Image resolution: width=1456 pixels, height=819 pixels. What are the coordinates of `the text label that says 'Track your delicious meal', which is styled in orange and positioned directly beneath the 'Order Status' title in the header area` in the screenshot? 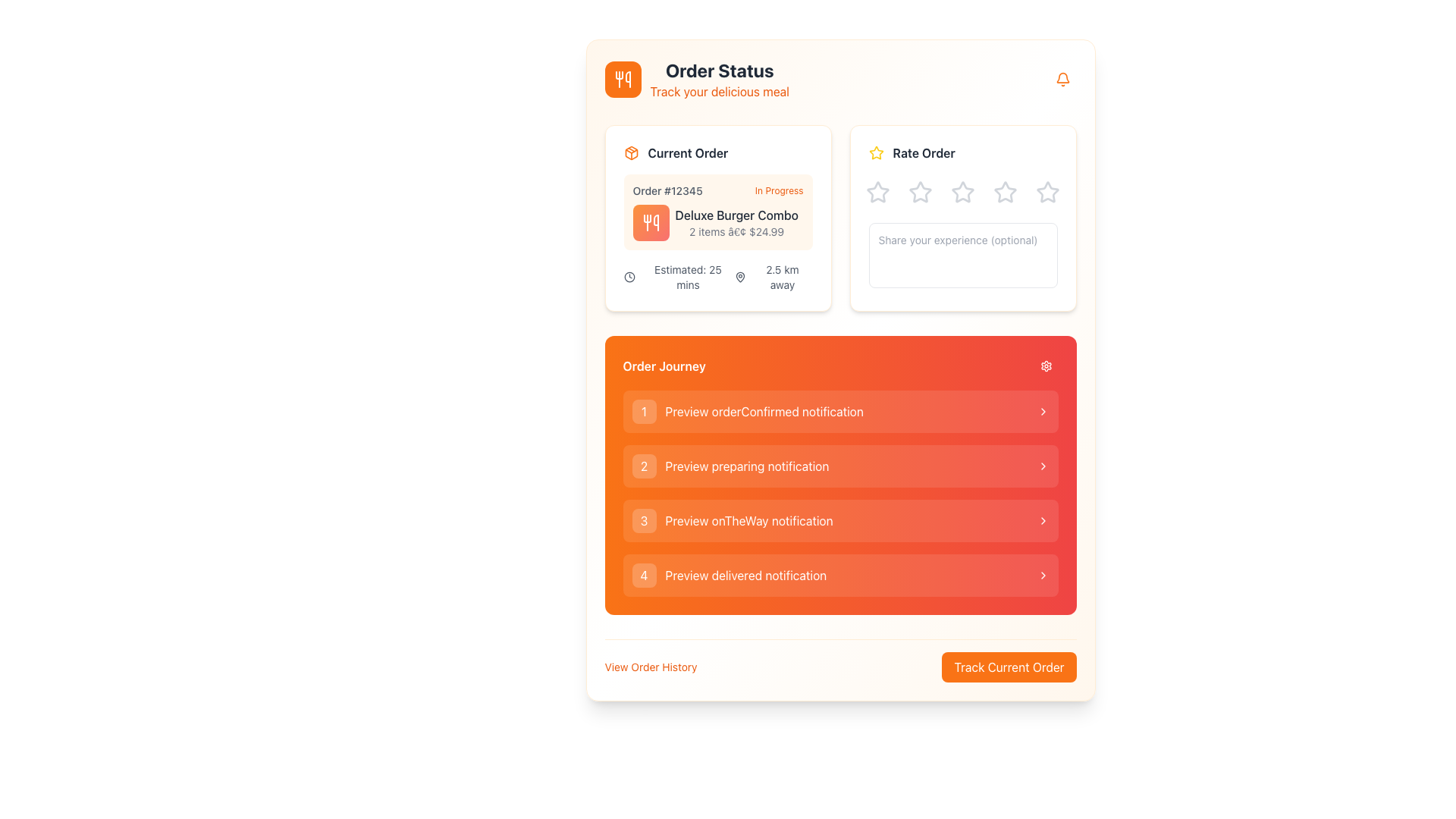 It's located at (719, 91).